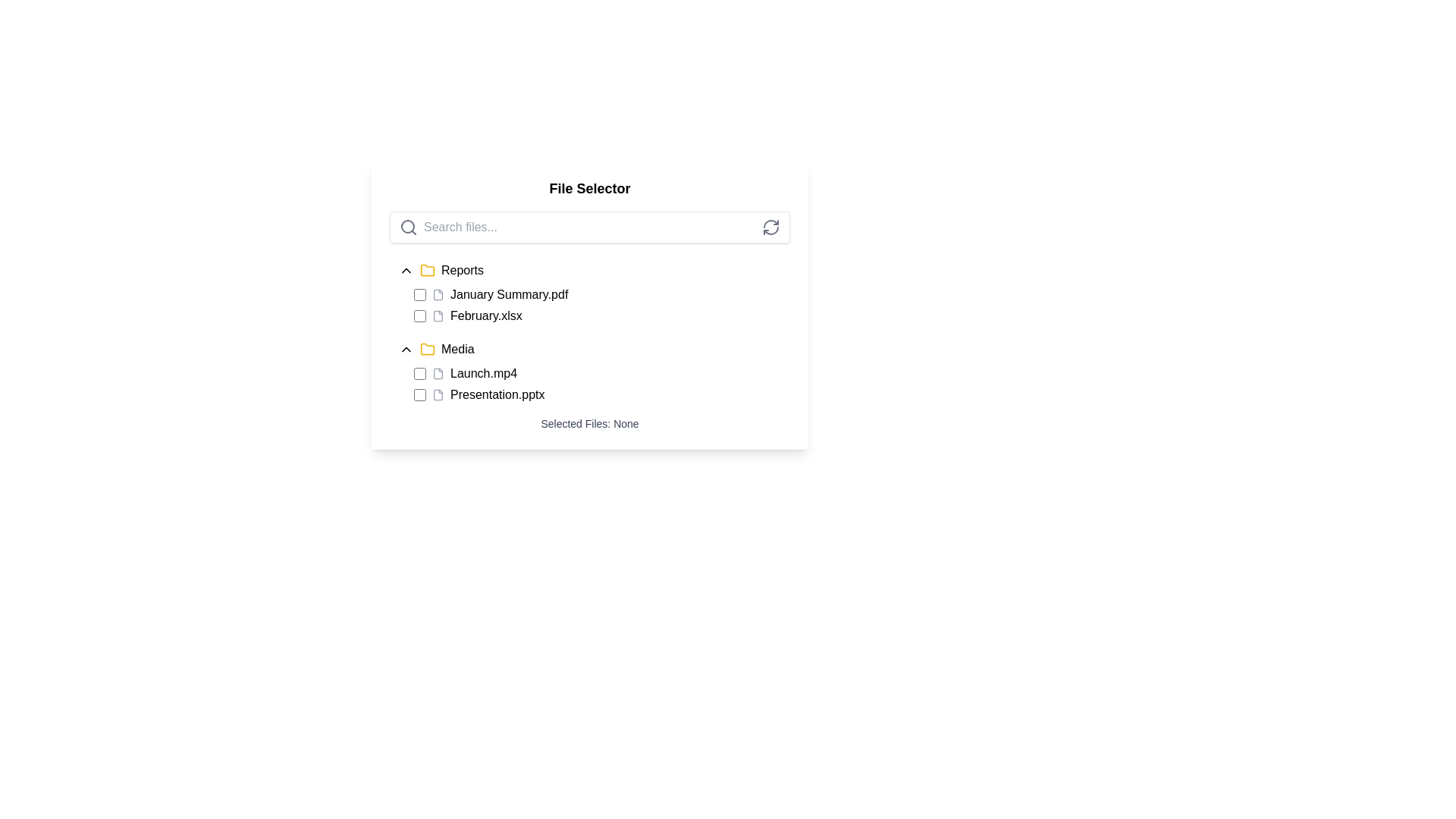  What do you see at coordinates (406, 270) in the screenshot?
I see `the toggle icon for the 'Reports' folder` at bounding box center [406, 270].